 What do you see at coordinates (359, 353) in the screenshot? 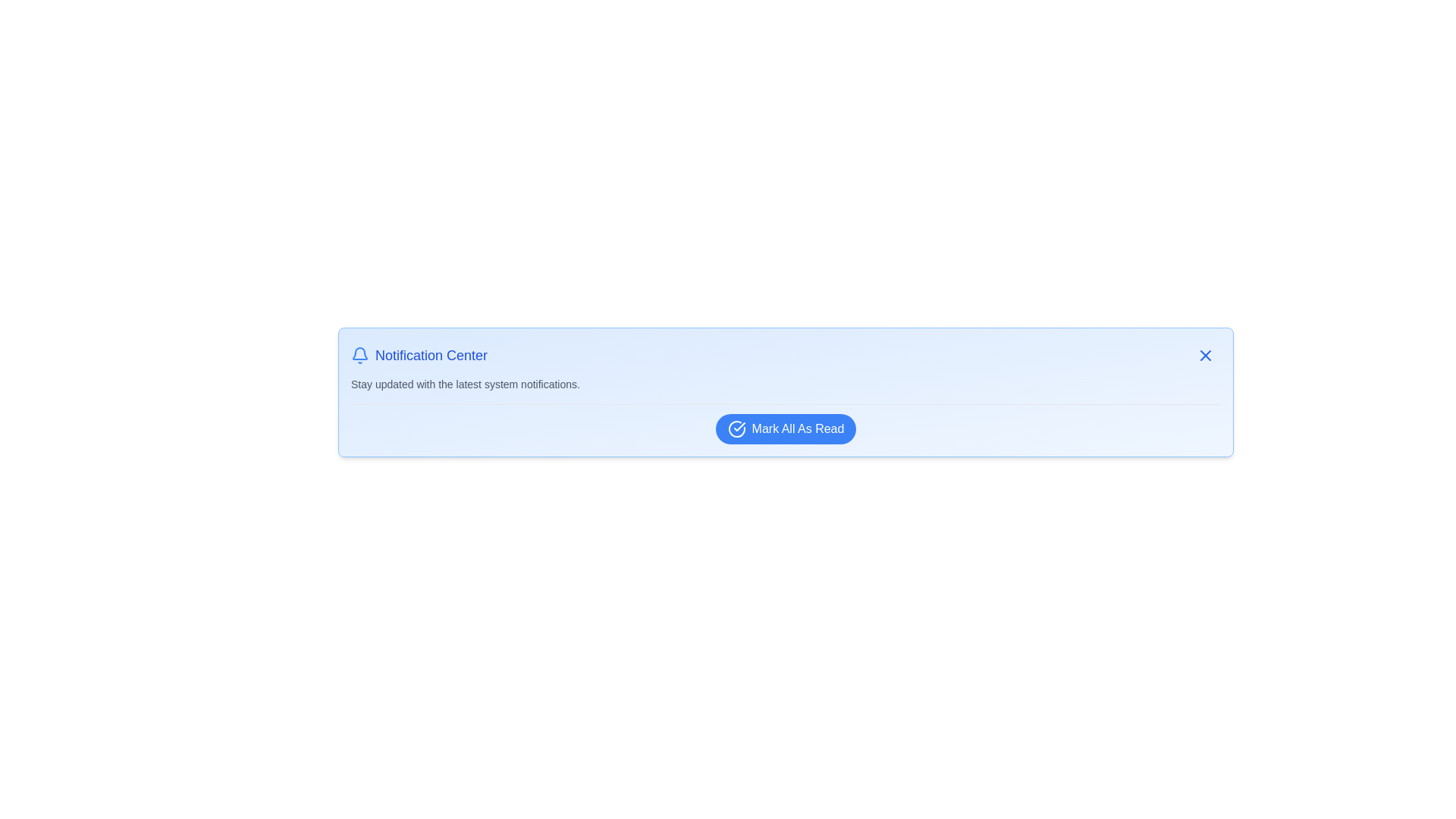
I see `the notification icon located at the top-left of the notification card next to the 'Notification Center' text` at bounding box center [359, 353].